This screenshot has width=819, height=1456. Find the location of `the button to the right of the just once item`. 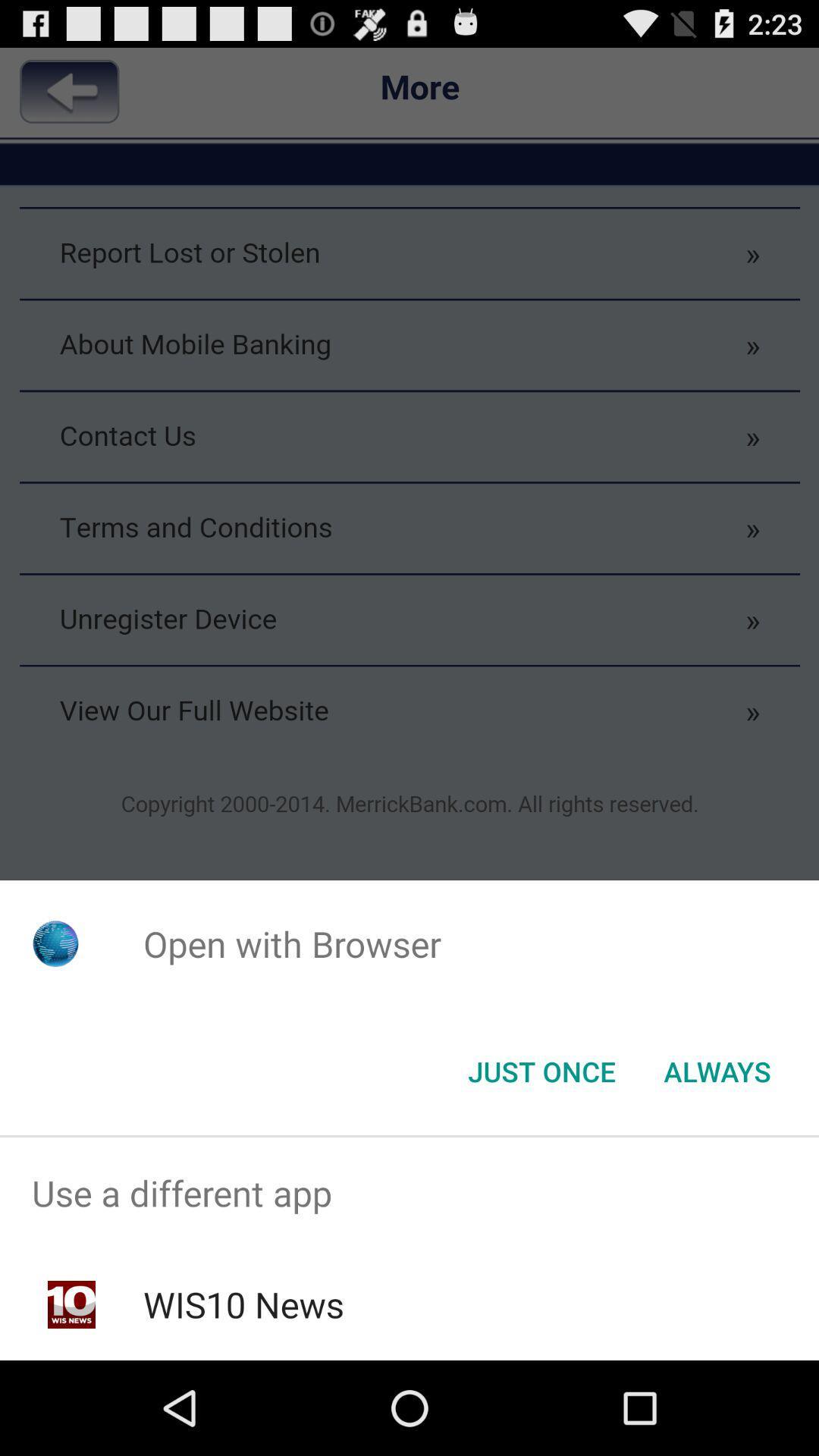

the button to the right of the just once item is located at coordinates (717, 1070).